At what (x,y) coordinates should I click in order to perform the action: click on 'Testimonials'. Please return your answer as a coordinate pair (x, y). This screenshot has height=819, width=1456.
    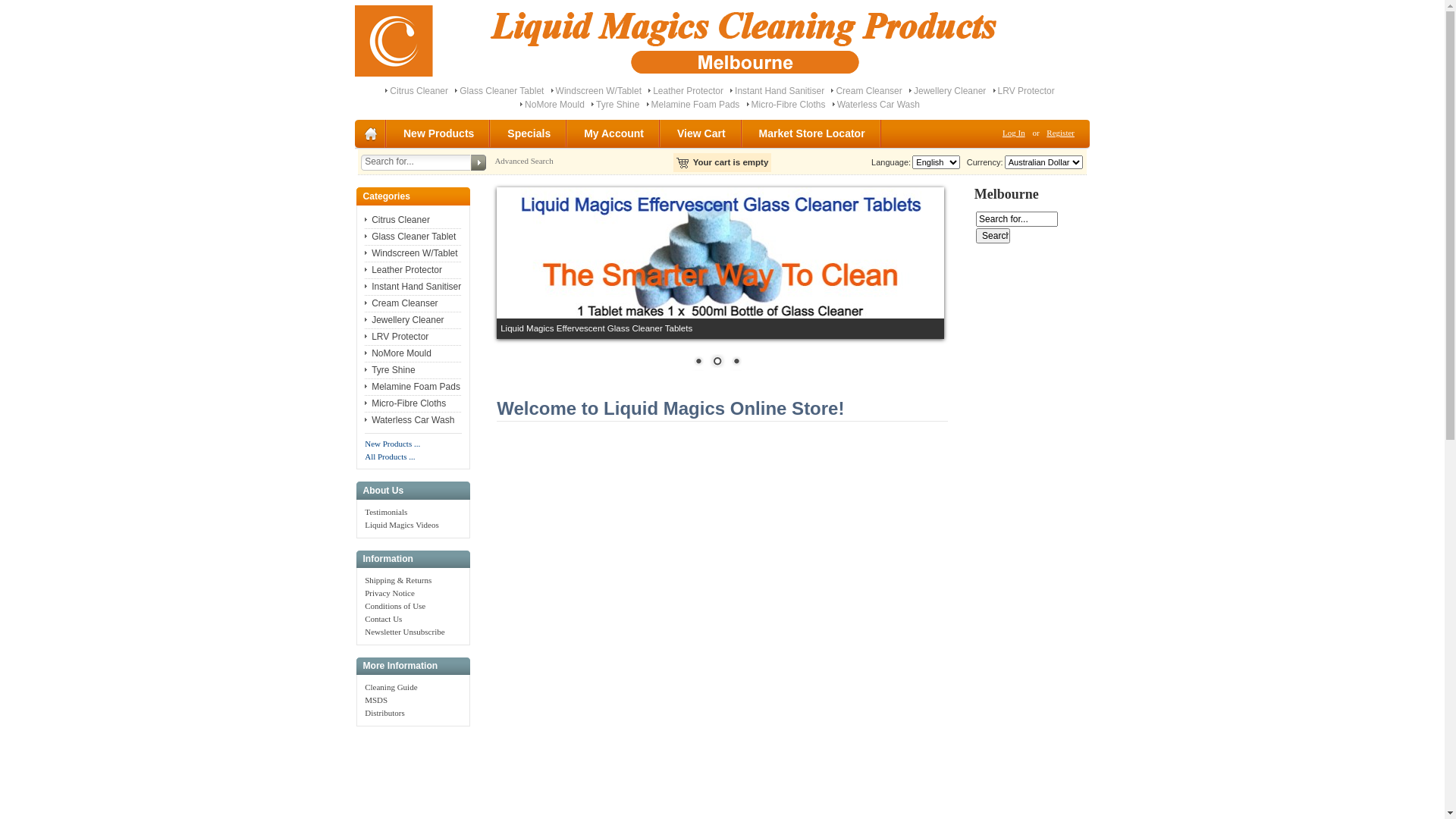
    Looking at the image, I should click on (385, 512).